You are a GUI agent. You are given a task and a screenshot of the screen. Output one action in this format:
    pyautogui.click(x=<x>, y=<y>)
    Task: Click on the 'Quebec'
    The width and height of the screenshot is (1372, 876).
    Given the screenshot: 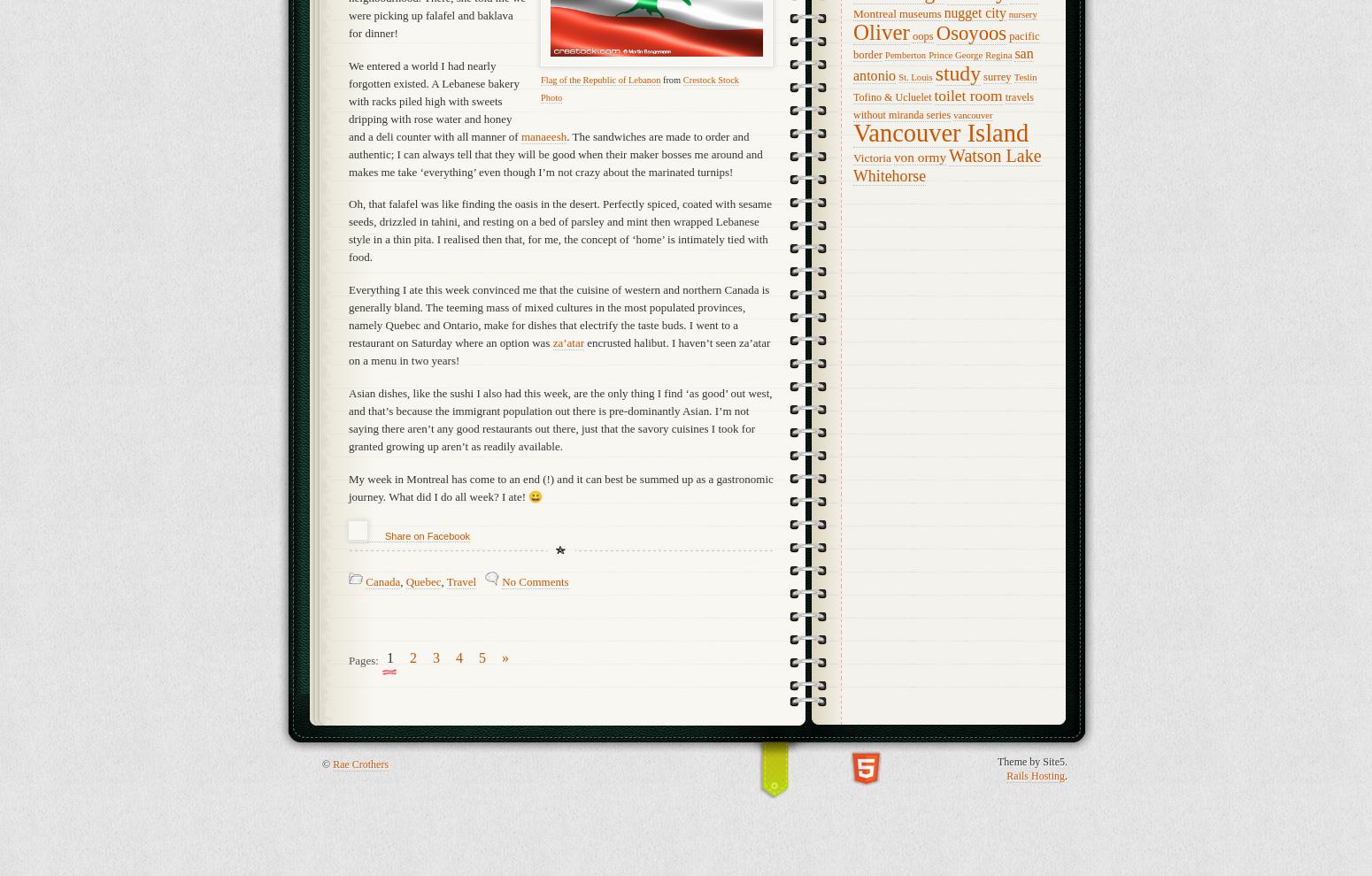 What is the action you would take?
    pyautogui.click(x=422, y=581)
    